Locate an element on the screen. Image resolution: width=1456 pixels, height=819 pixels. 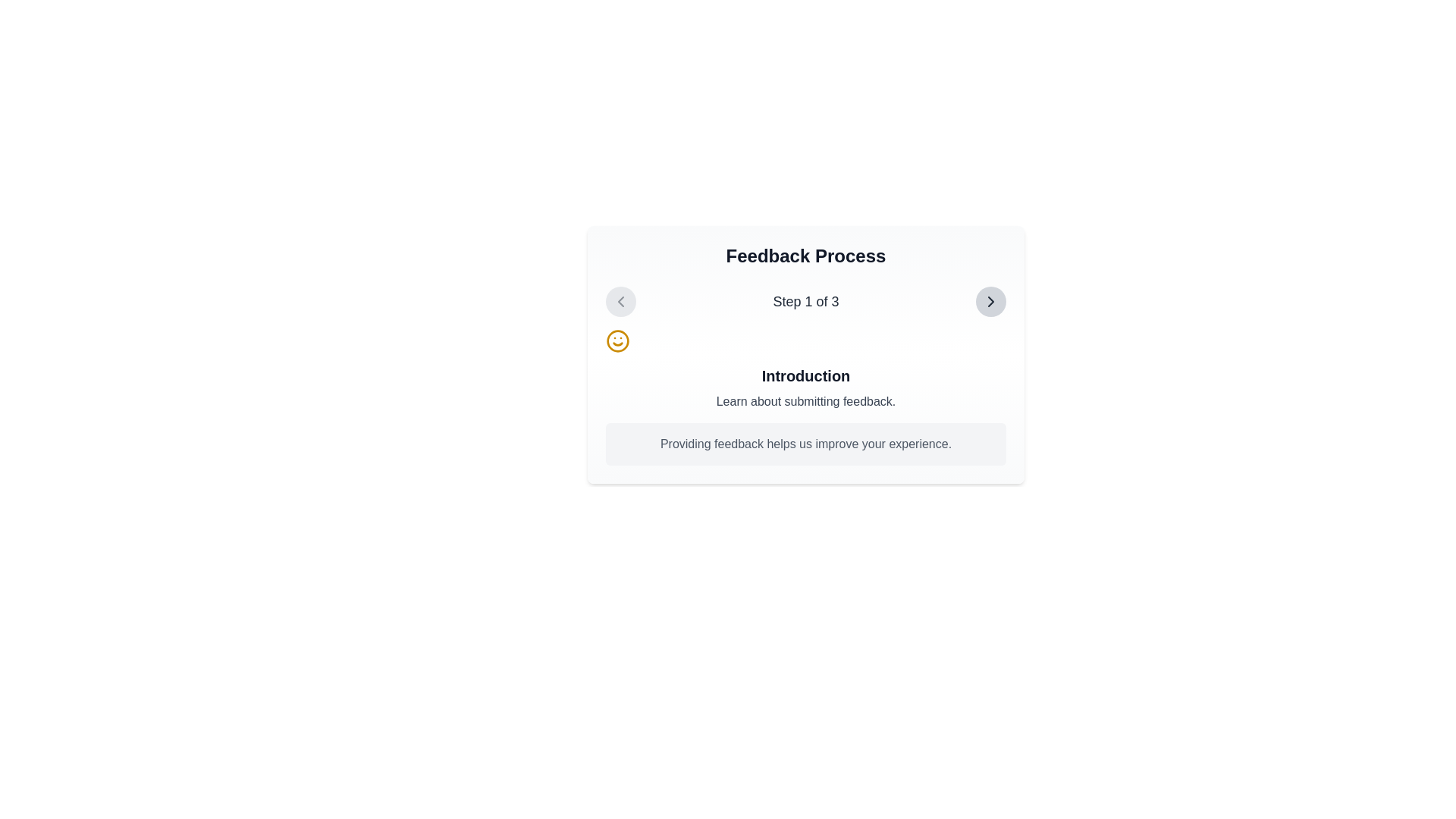
the heading element that introduces the section for submitting feedback, located in the top-middle region of the 'Feedback Process' box, above the text 'Learn about submitting feedback.' and below the smiley icon is located at coordinates (805, 375).